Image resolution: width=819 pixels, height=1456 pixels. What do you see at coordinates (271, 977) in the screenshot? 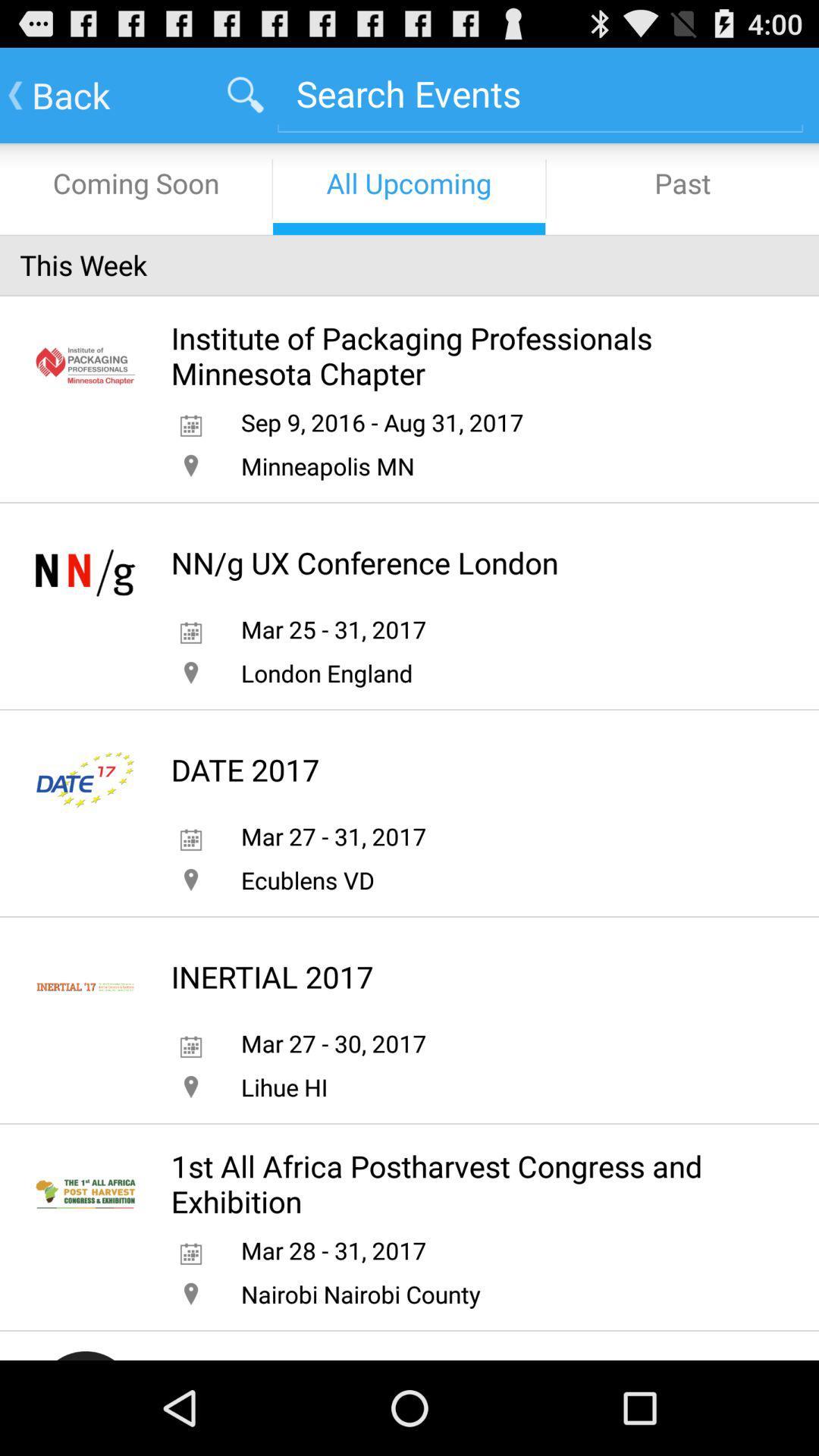
I see `item below ecublens vd` at bounding box center [271, 977].